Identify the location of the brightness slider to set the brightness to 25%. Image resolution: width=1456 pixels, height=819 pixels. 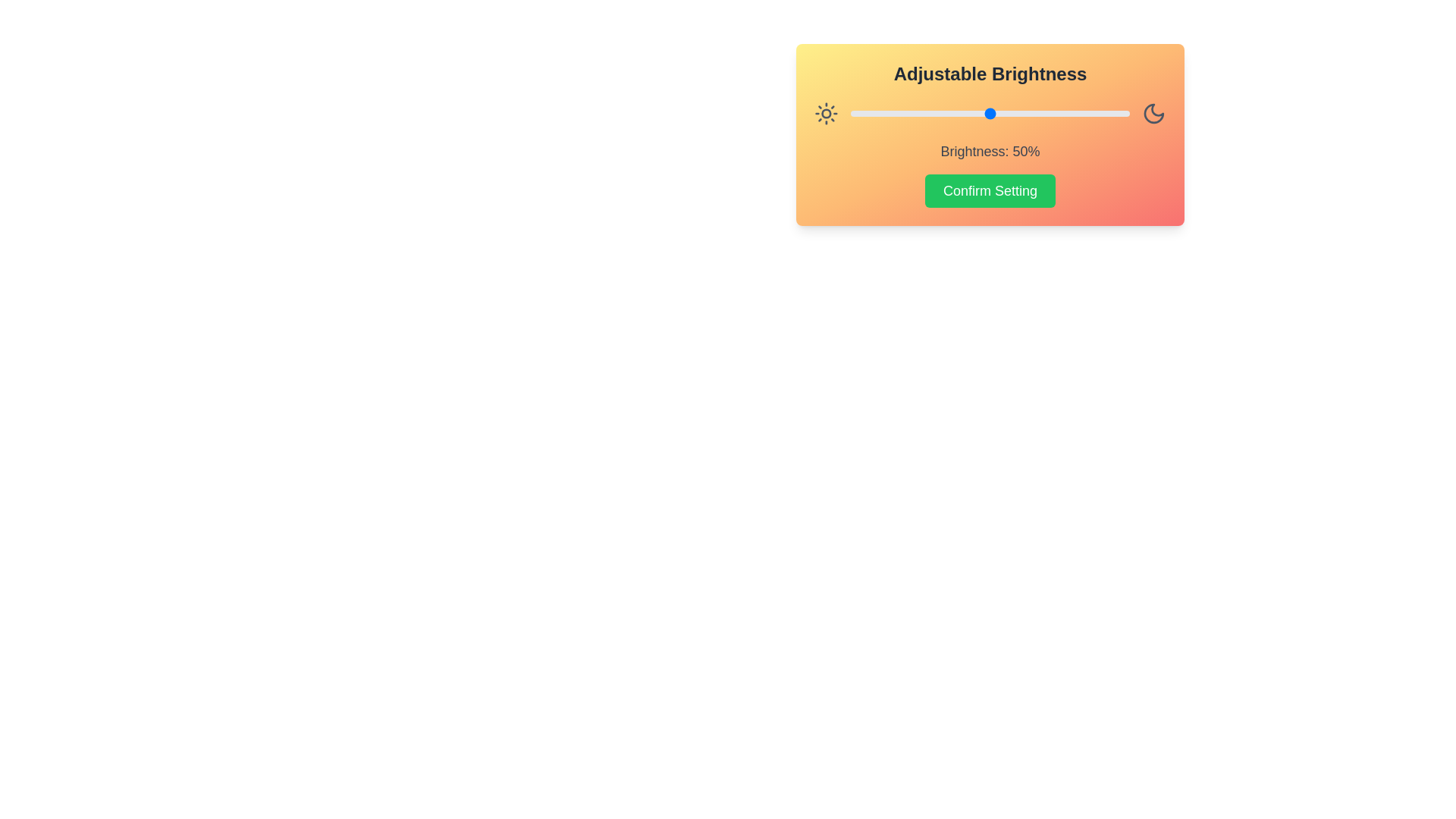
(919, 113).